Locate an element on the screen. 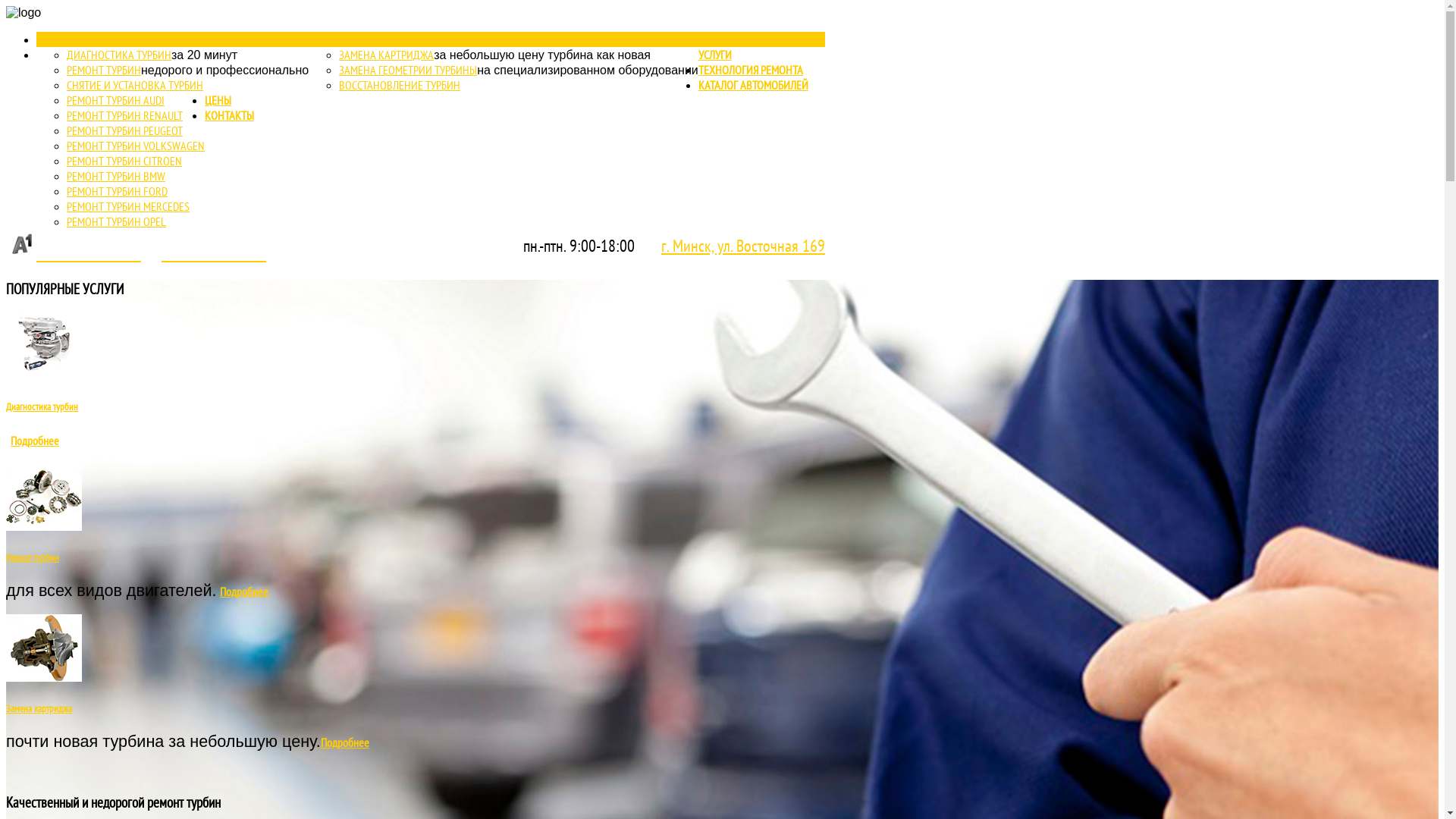  '+375 29 649-99-38' is located at coordinates (72, 252).